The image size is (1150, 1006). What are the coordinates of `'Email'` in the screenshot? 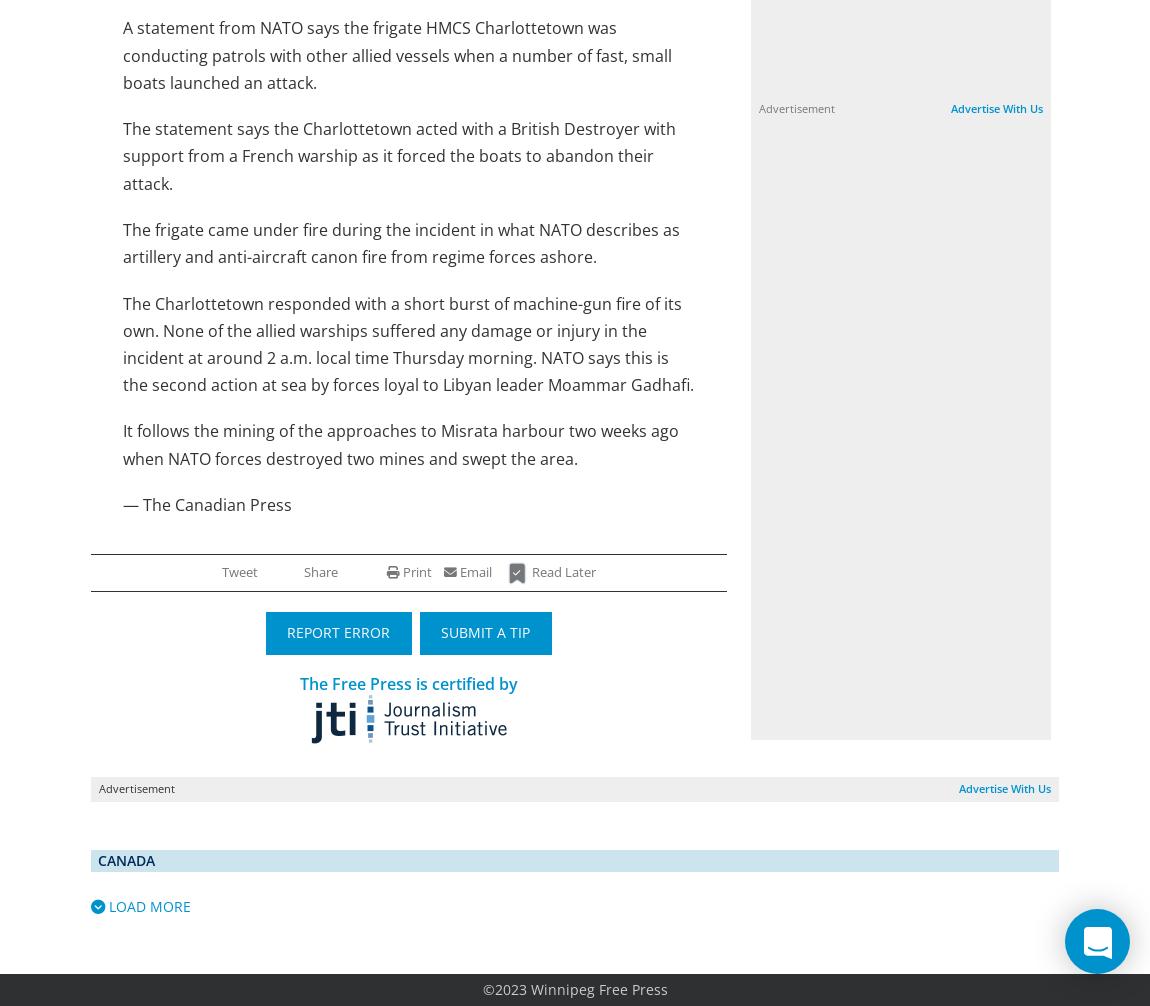 It's located at (474, 572).